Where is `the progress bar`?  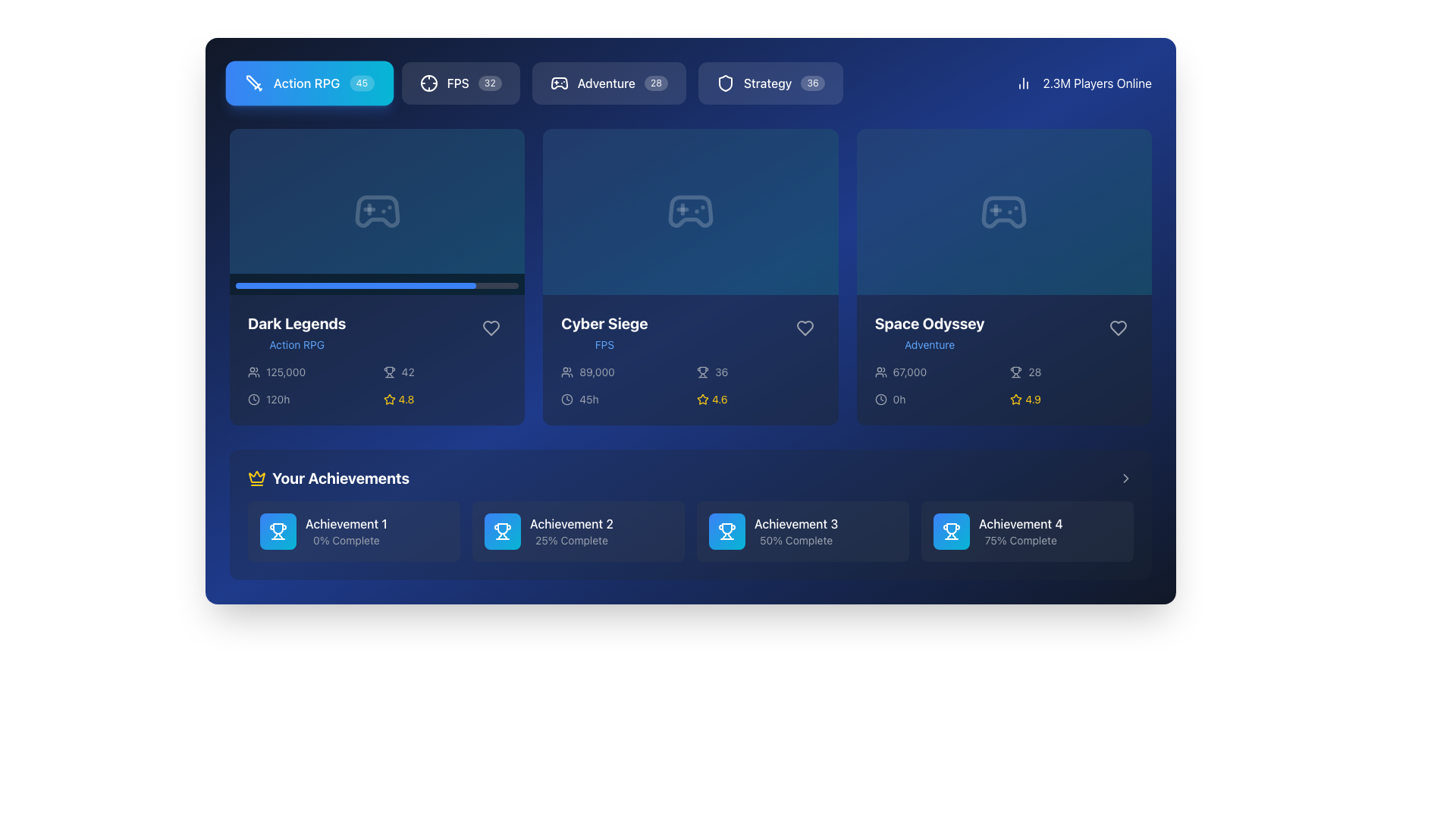 the progress bar is located at coordinates (306, 284).